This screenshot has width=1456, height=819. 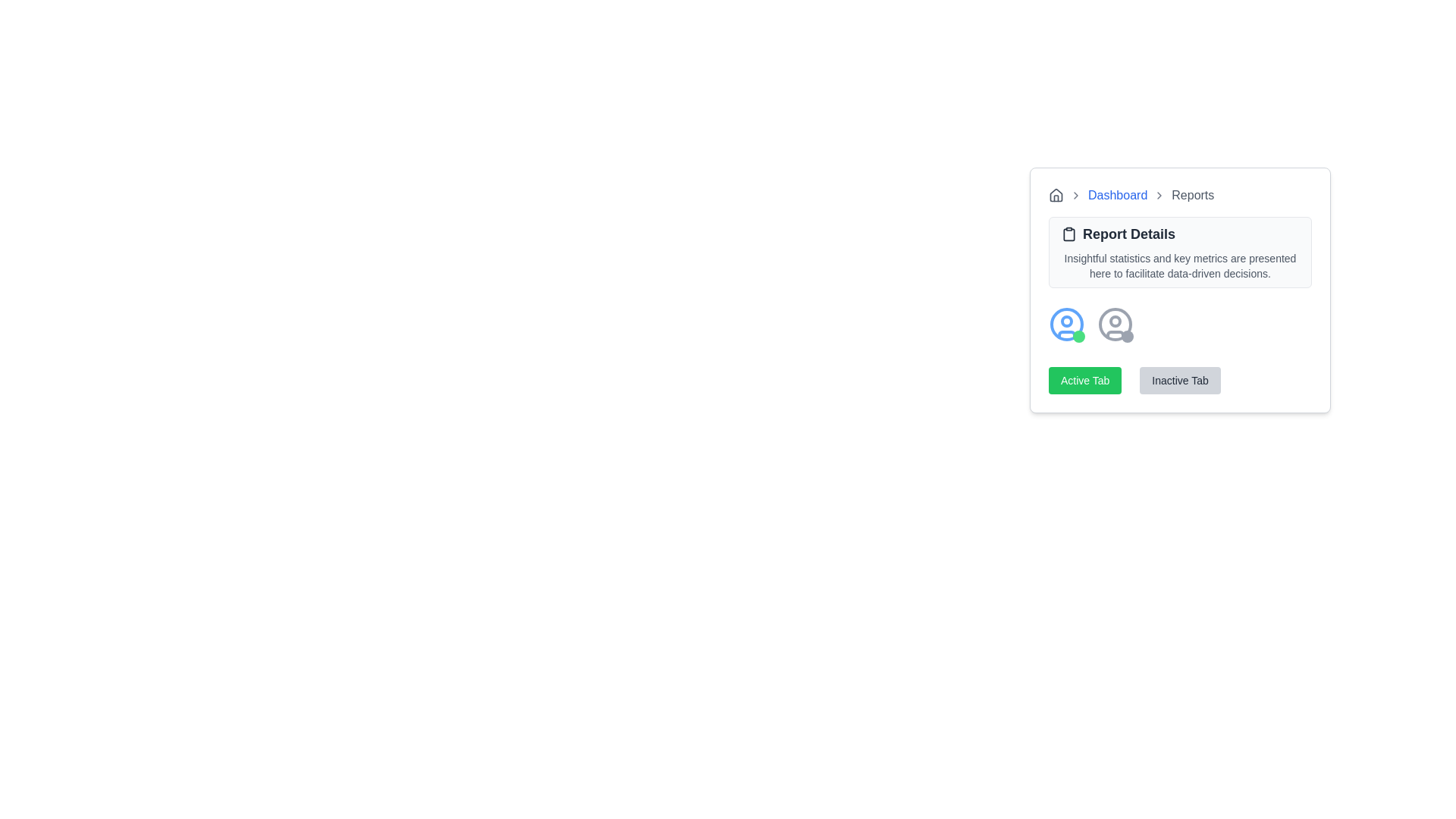 I want to click on the static text label indicating the current section in the breadcrumb navigation bar, which is the rightmost text item following the 'Dashboard' link and a chevron-right icon, so click(x=1192, y=195).